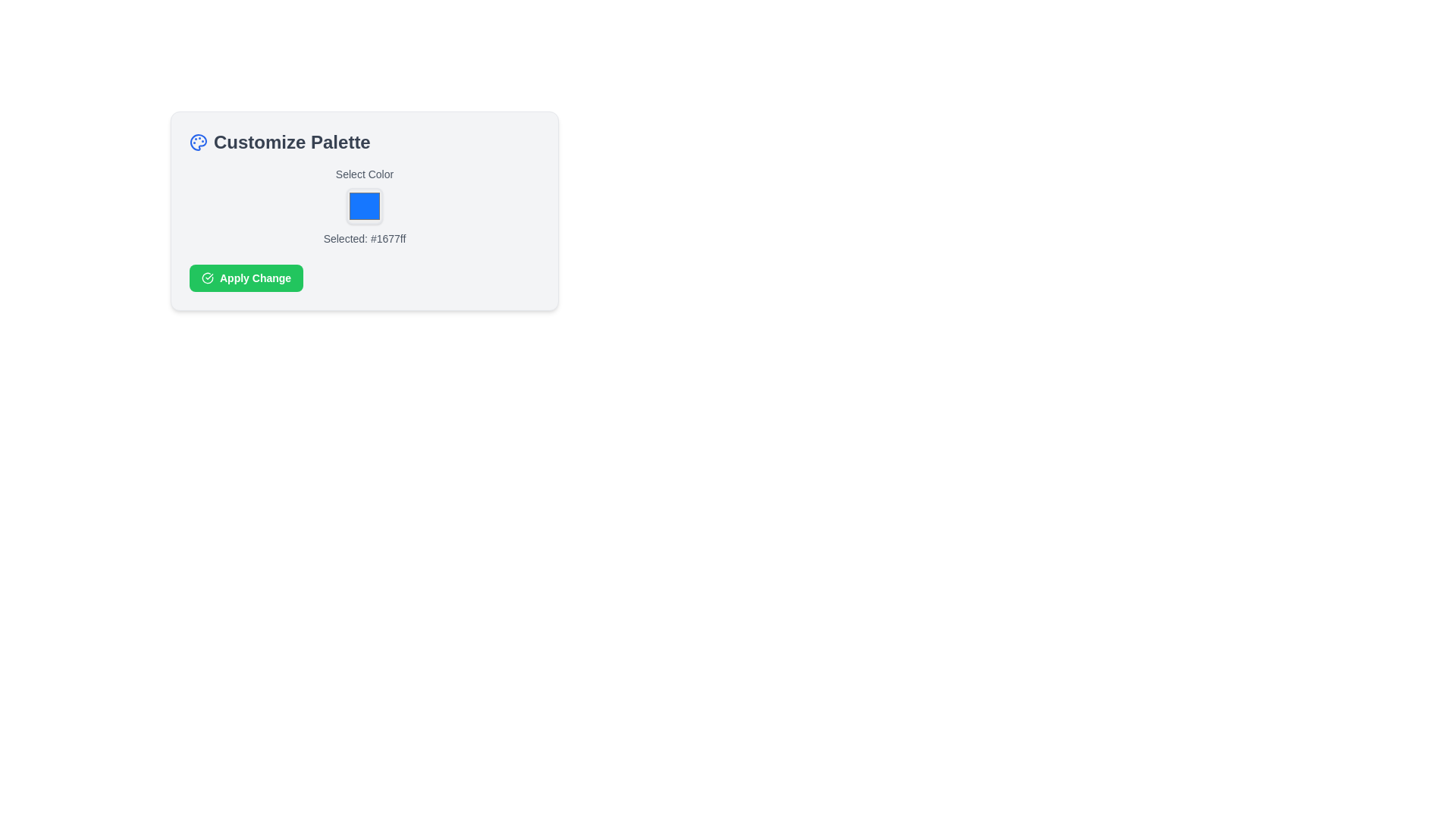 The image size is (1456, 819). What do you see at coordinates (364, 206) in the screenshot?
I see `the blue square in the color selection interface labeled 'Select Color'` at bounding box center [364, 206].